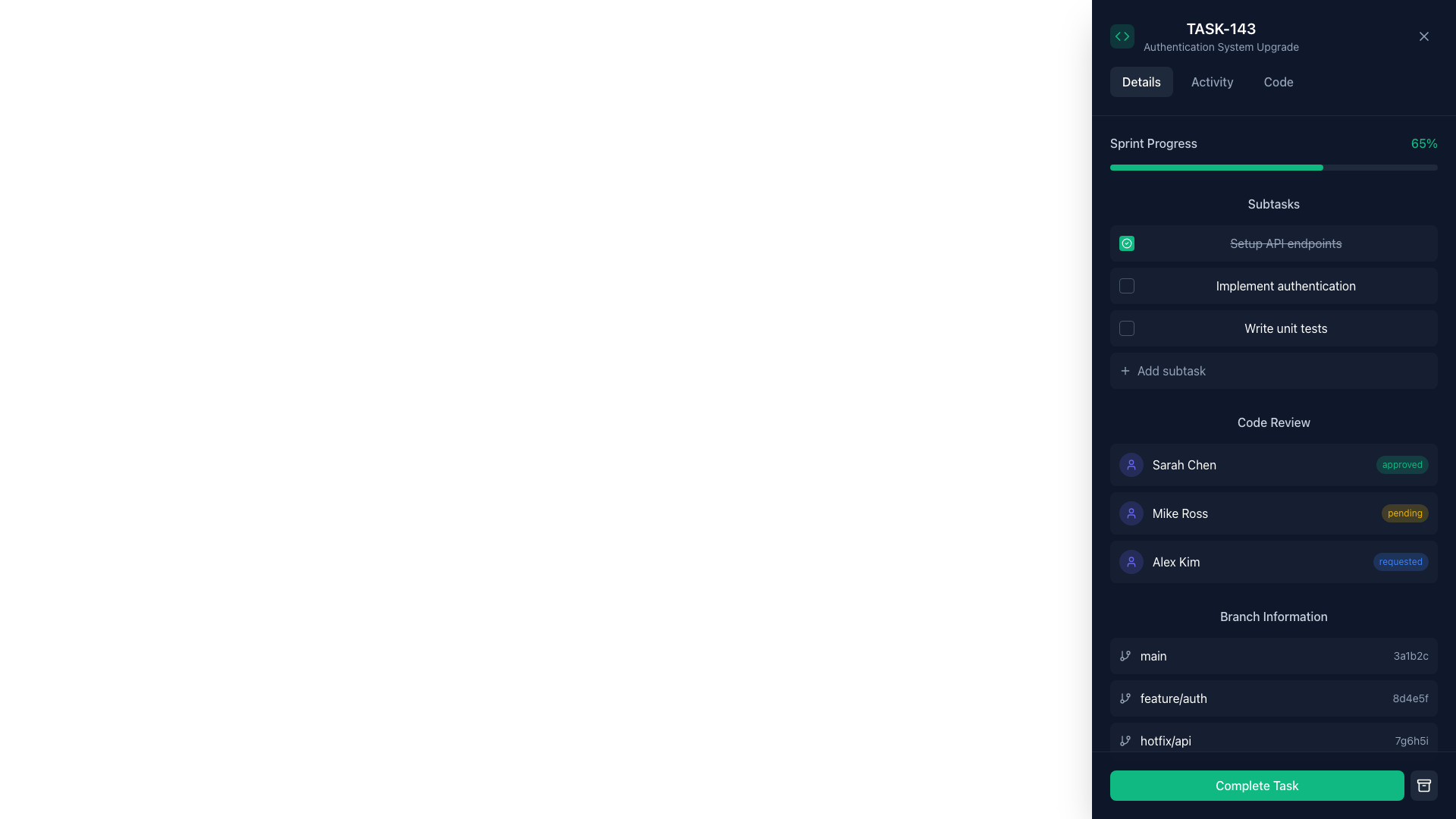  I want to click on the unique identifier text element located at the top-left corner of the right section of the interface, which is positioned above the 'Authentication System Upgrade' text, so click(1221, 29).